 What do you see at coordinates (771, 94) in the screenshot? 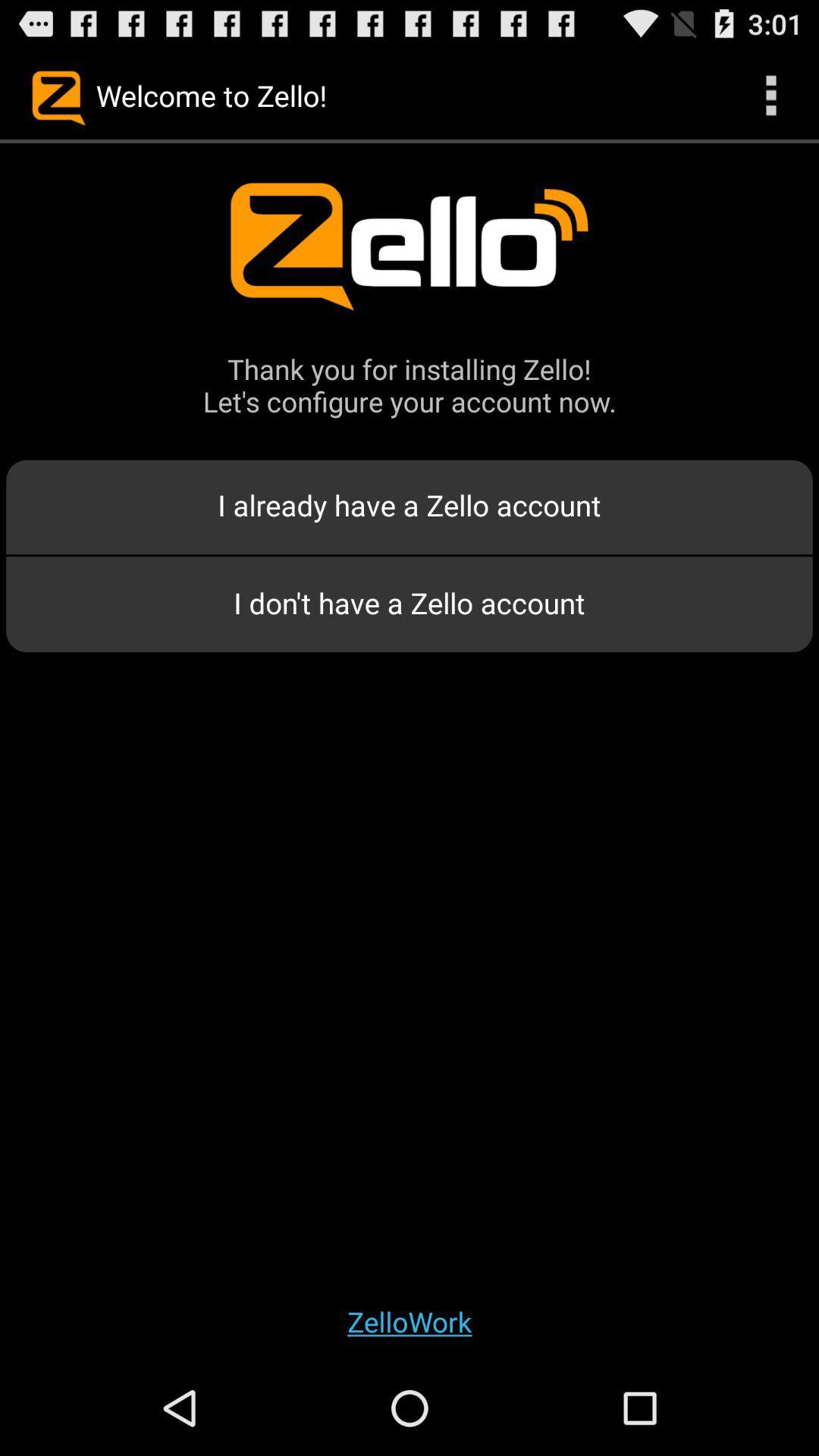
I see `the item next to welcome to zello! item` at bounding box center [771, 94].